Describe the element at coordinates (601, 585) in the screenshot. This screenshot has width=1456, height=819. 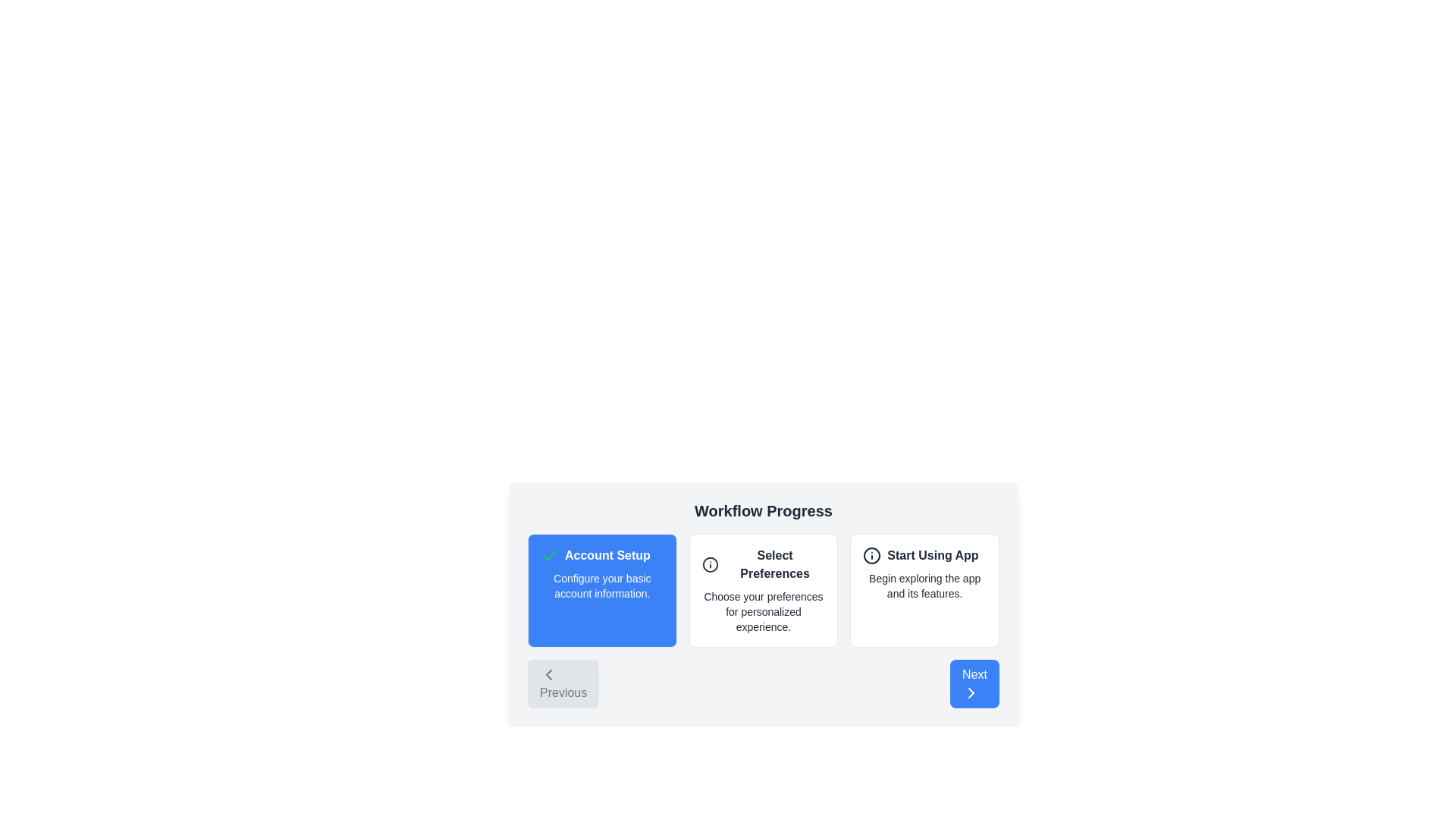
I see `the static text label that provides guidance about the 'Account Setup' process, located within the blue box titled 'Account Setup.'` at that location.